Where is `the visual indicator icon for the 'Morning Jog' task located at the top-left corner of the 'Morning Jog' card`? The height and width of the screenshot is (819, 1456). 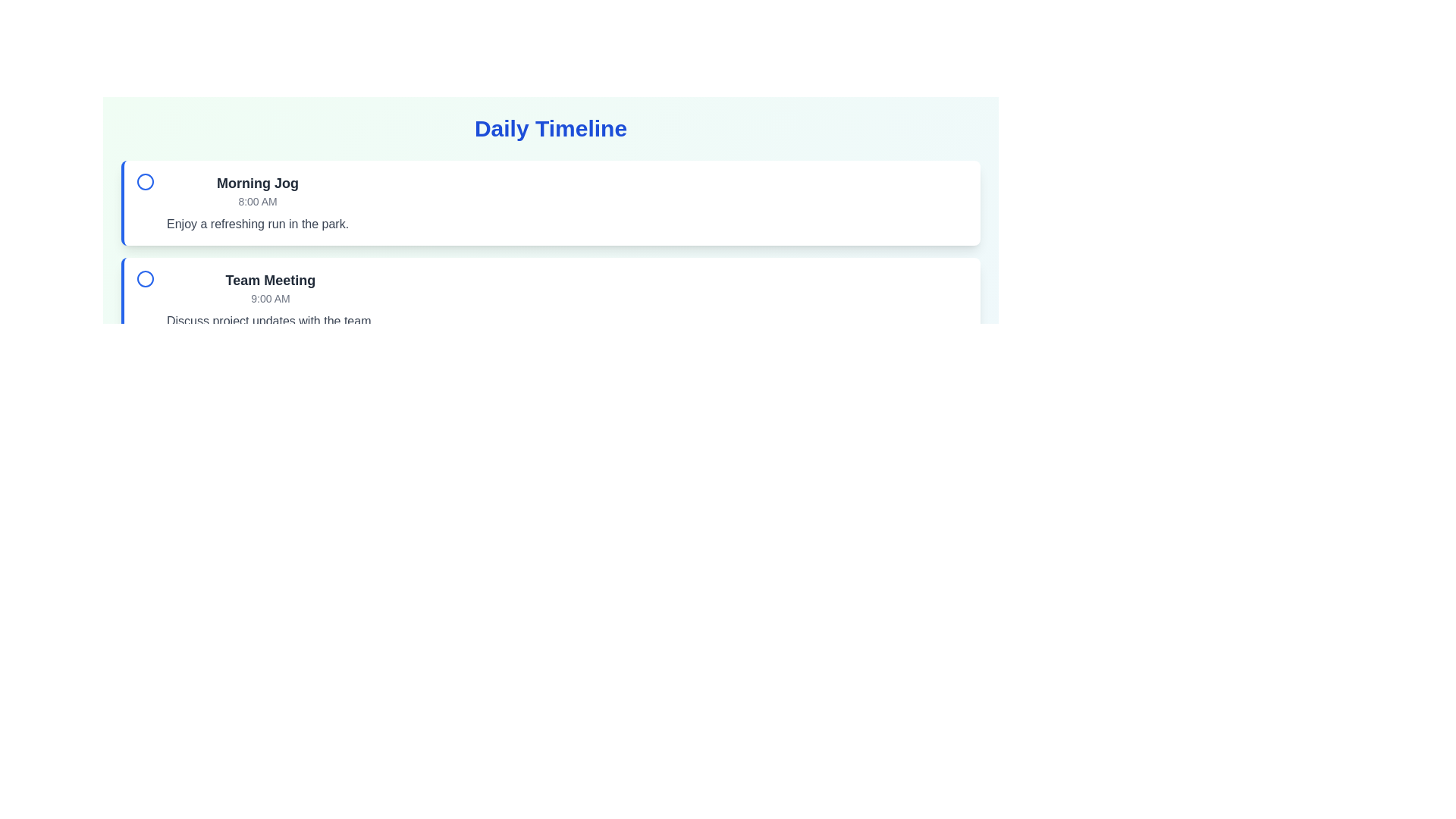
the visual indicator icon for the 'Morning Jog' task located at the top-left corner of the 'Morning Jog' card is located at coordinates (146, 180).